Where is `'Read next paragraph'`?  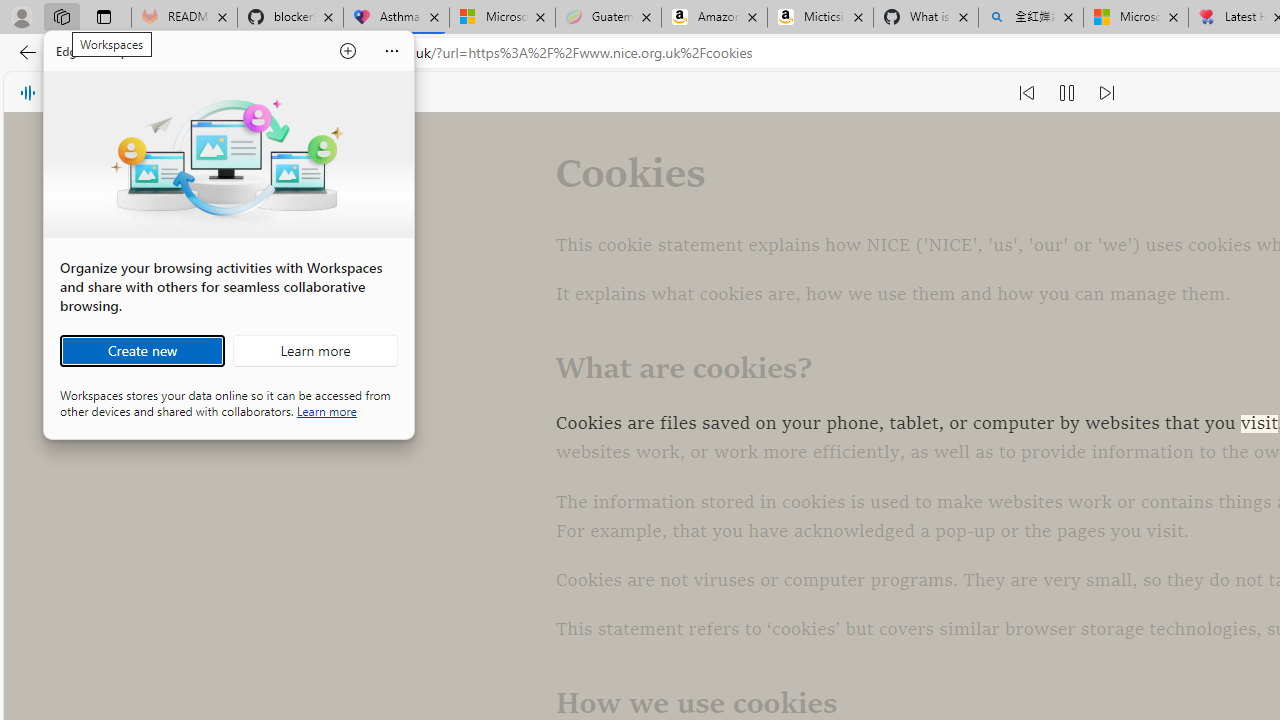 'Read next paragraph' is located at coordinates (1104, 92).